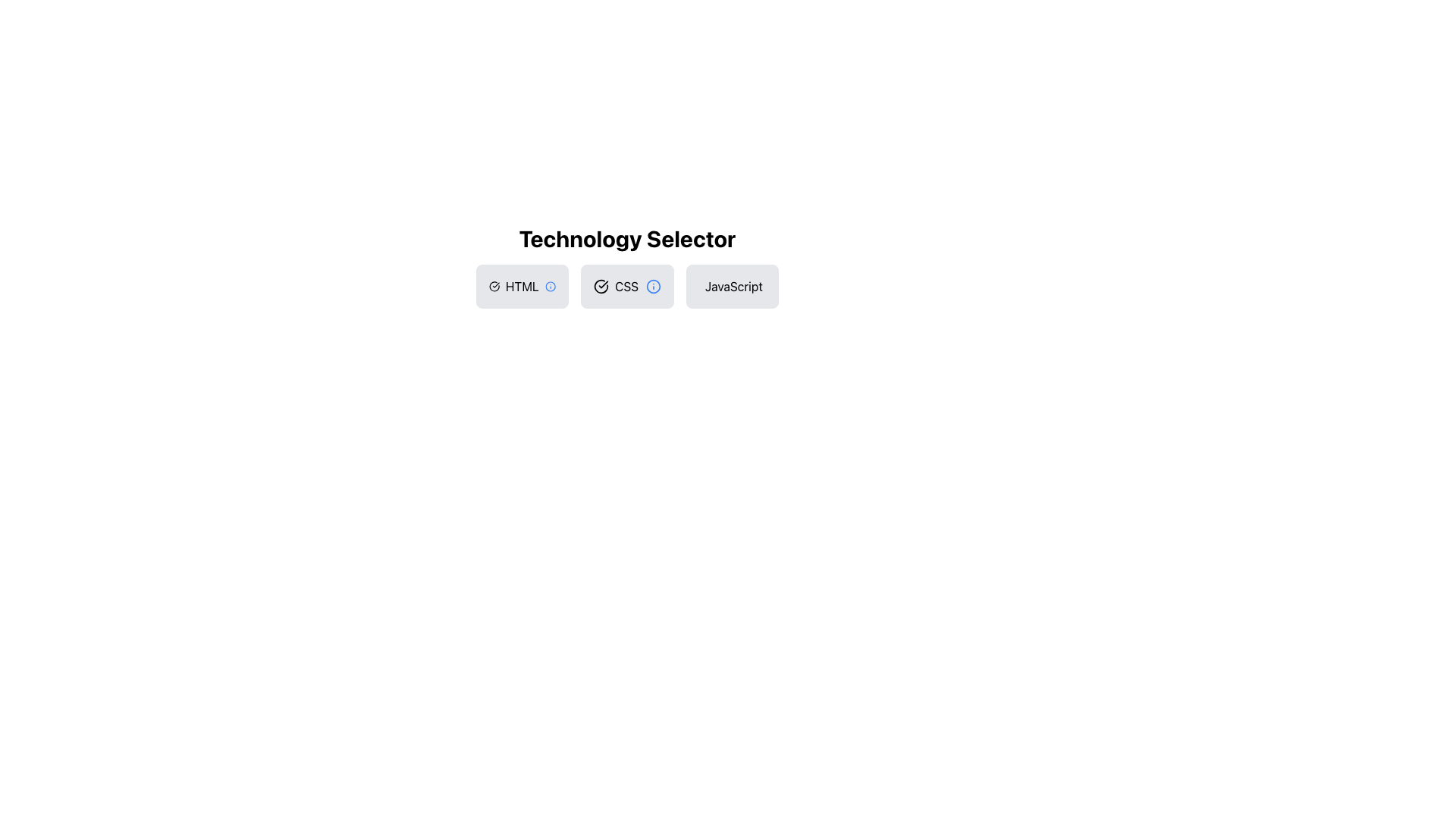  What do you see at coordinates (733, 287) in the screenshot?
I see `the 'JavaScript' button, which is the third button in a horizontal group of three buttons, to observe the hover effect` at bounding box center [733, 287].